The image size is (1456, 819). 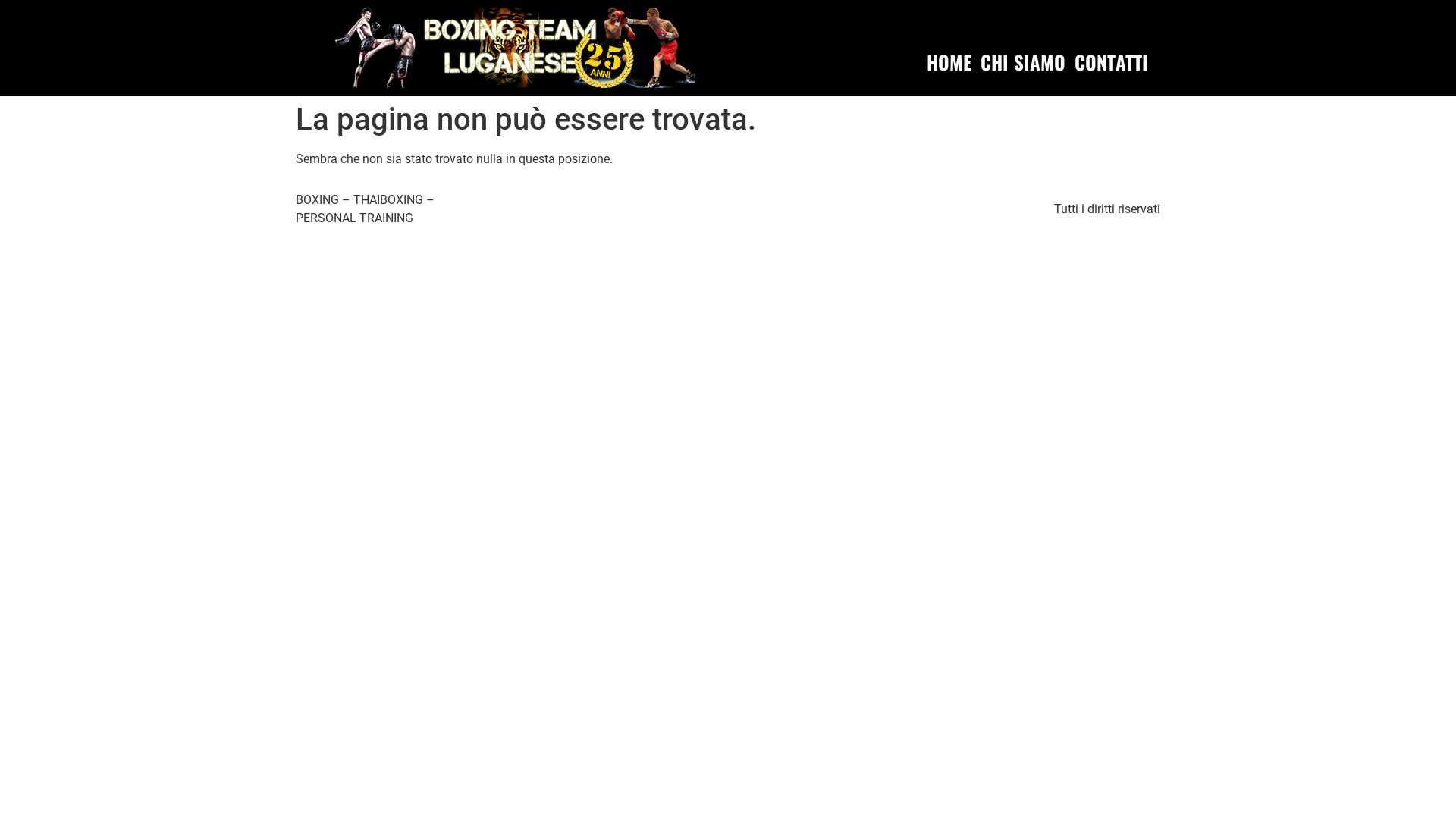 I want to click on 'HOME', so click(x=948, y=61).